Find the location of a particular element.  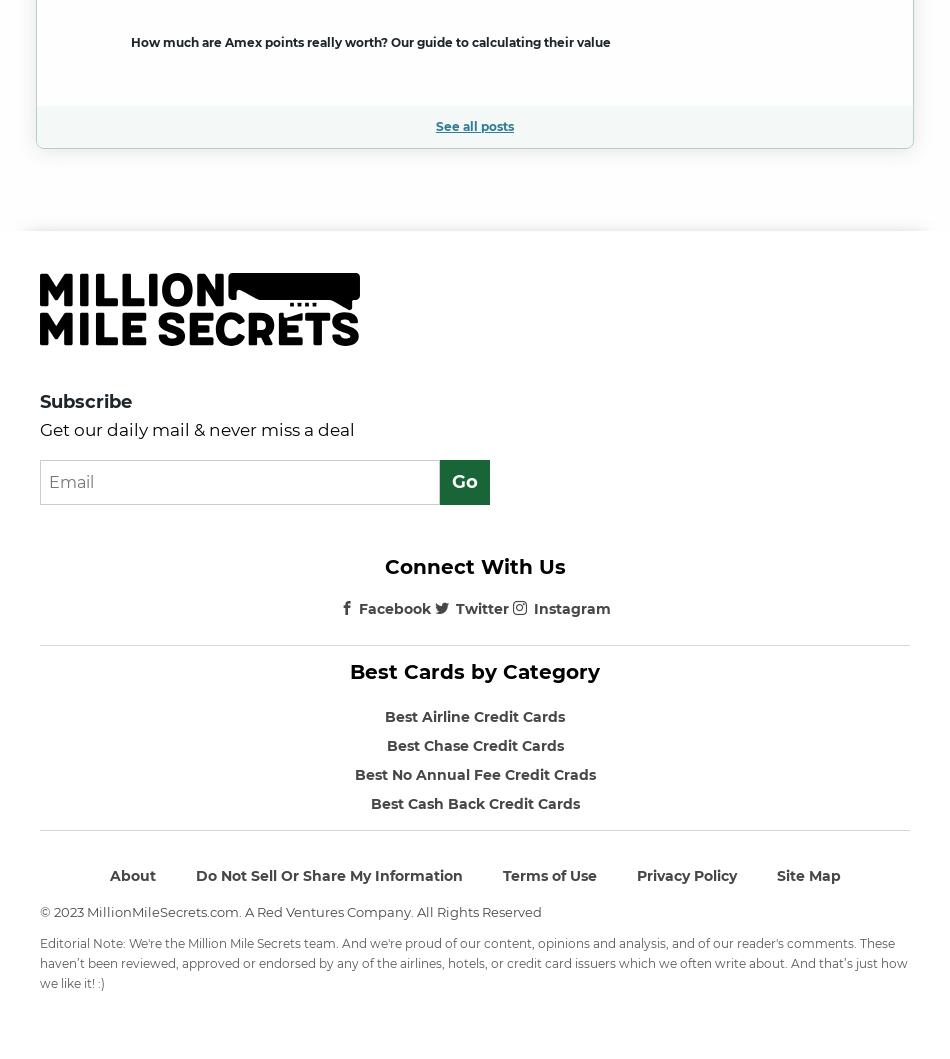

'Terms of Use' is located at coordinates (549, 875).